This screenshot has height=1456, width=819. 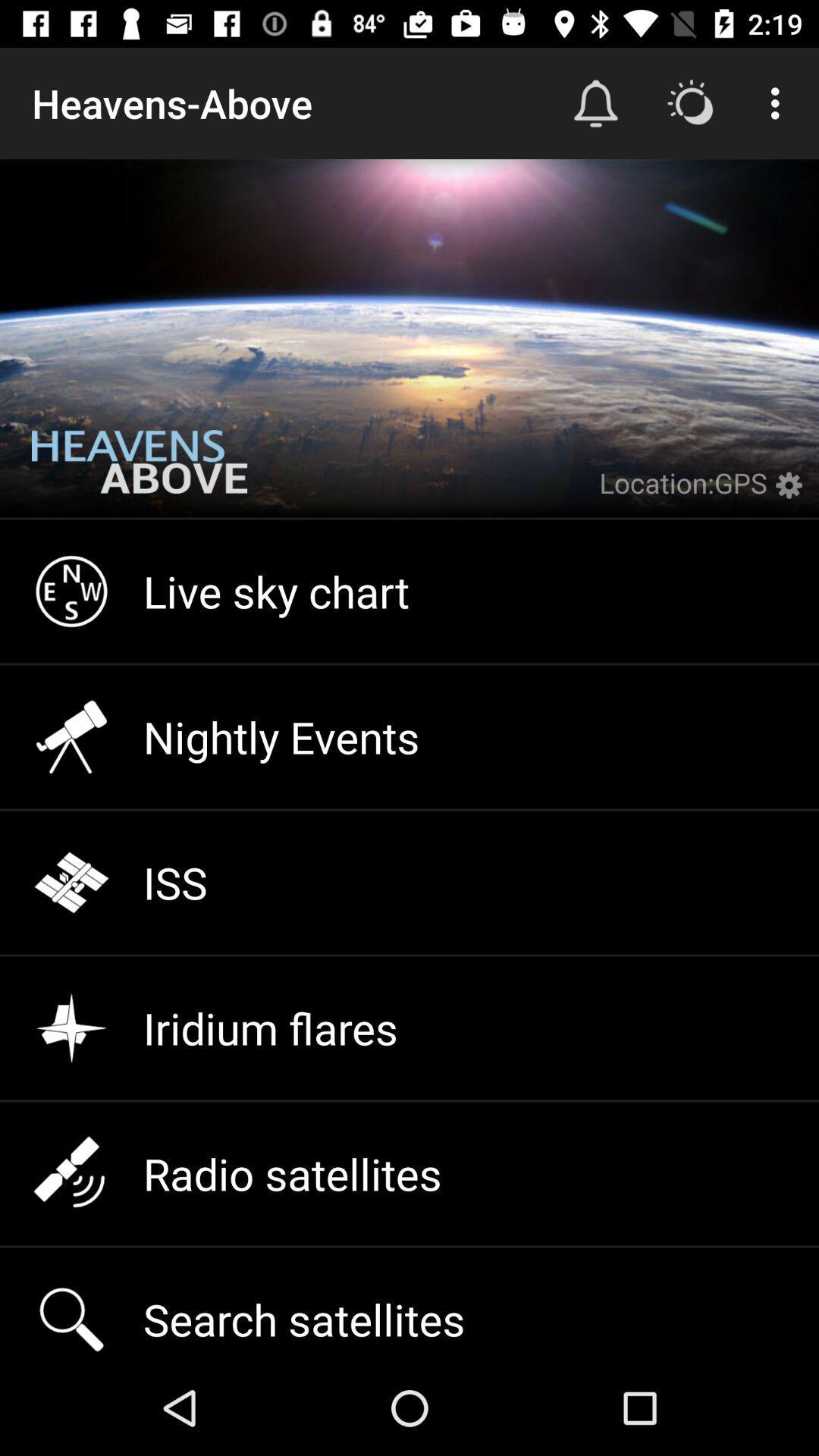 What do you see at coordinates (792, 494) in the screenshot?
I see `settings button` at bounding box center [792, 494].